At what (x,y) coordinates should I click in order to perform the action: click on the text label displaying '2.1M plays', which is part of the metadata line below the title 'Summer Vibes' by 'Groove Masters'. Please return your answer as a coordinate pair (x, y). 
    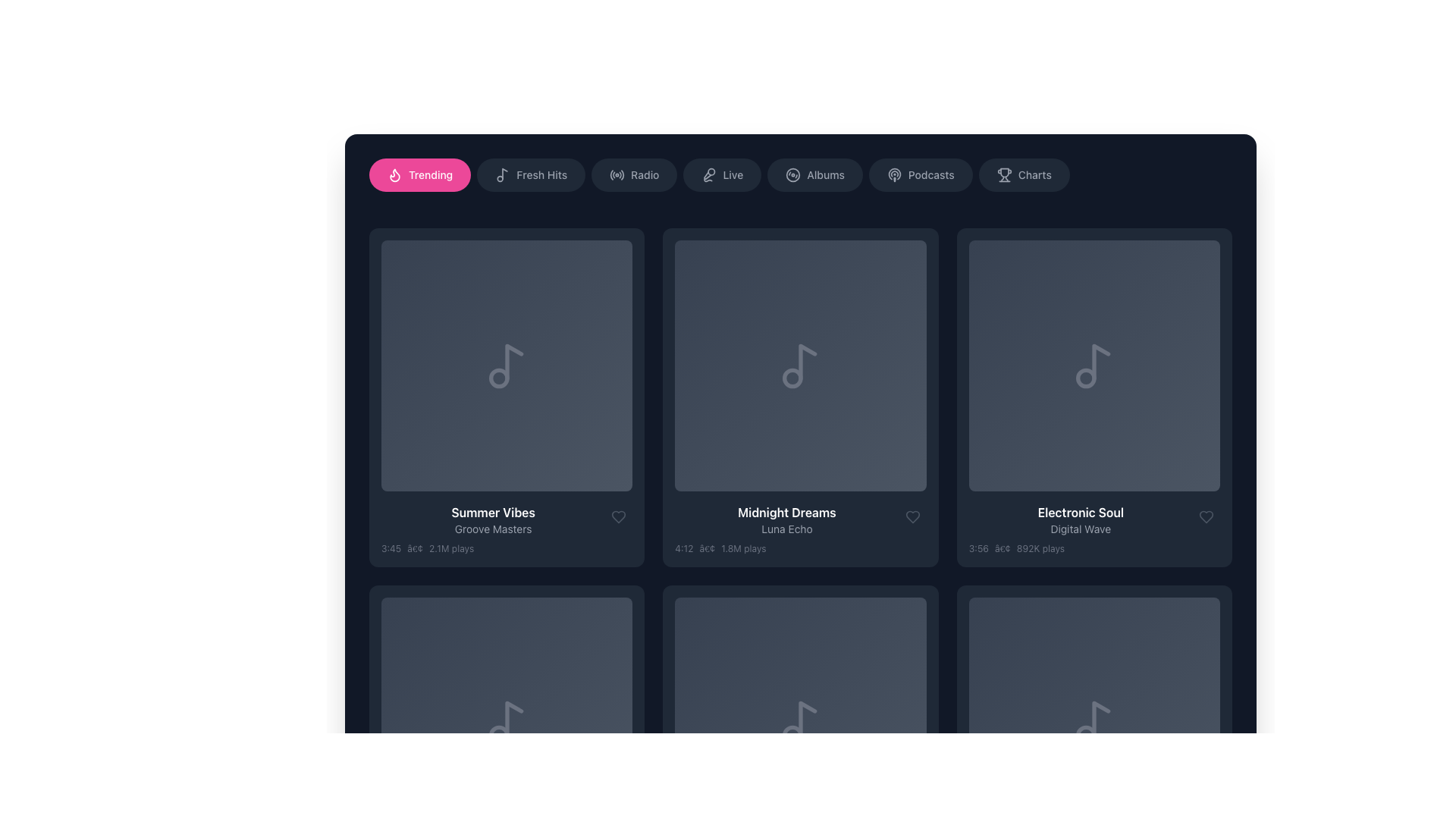
    Looking at the image, I should click on (450, 549).